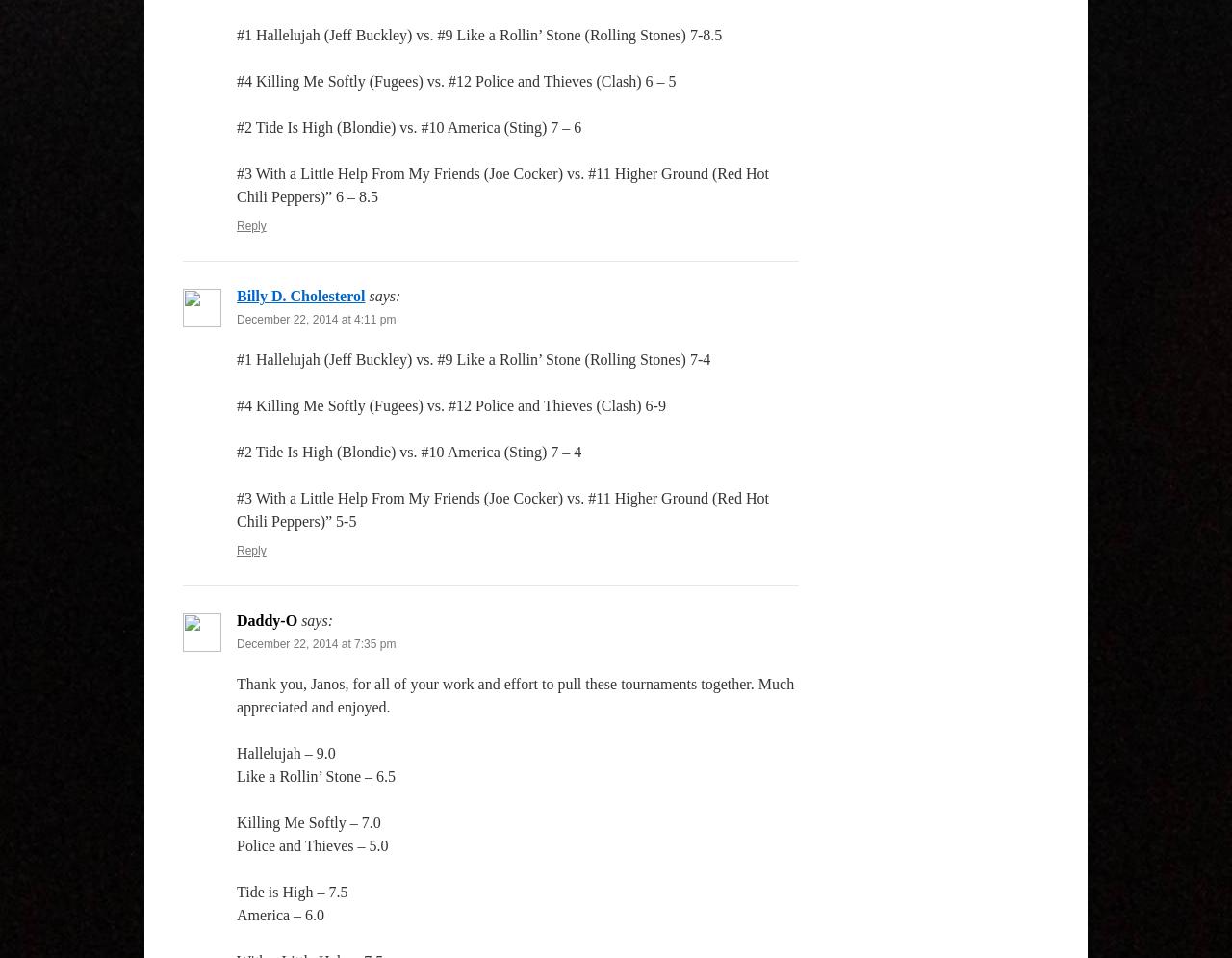 The width and height of the screenshot is (1232, 958). What do you see at coordinates (454, 81) in the screenshot?
I see `'#4 Killing Me Softly (Fugees) vs. #12 Police and Thieves (Clash) 6 – 5'` at bounding box center [454, 81].